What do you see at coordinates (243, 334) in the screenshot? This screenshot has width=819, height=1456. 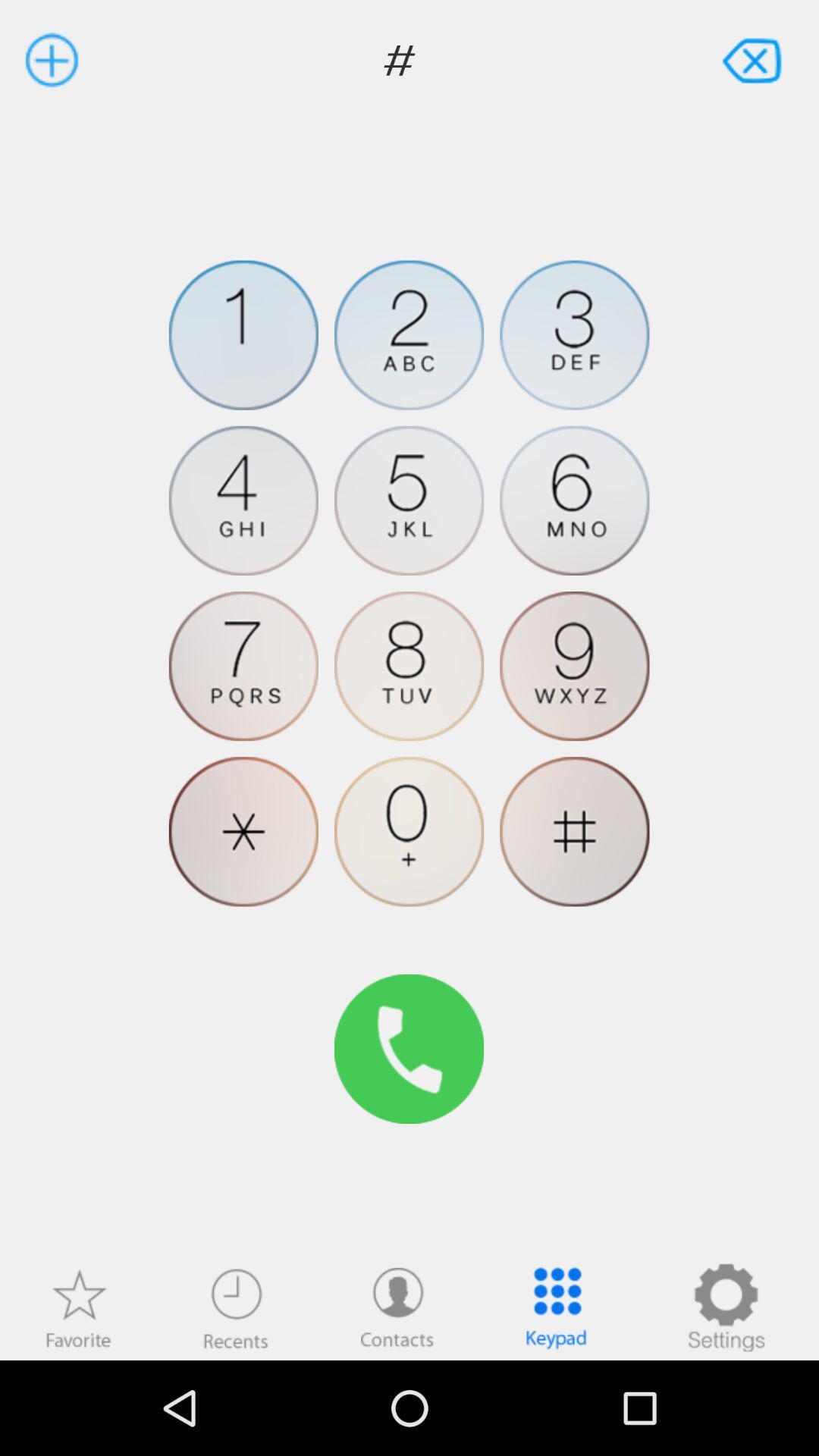 I see `type number 1` at bounding box center [243, 334].